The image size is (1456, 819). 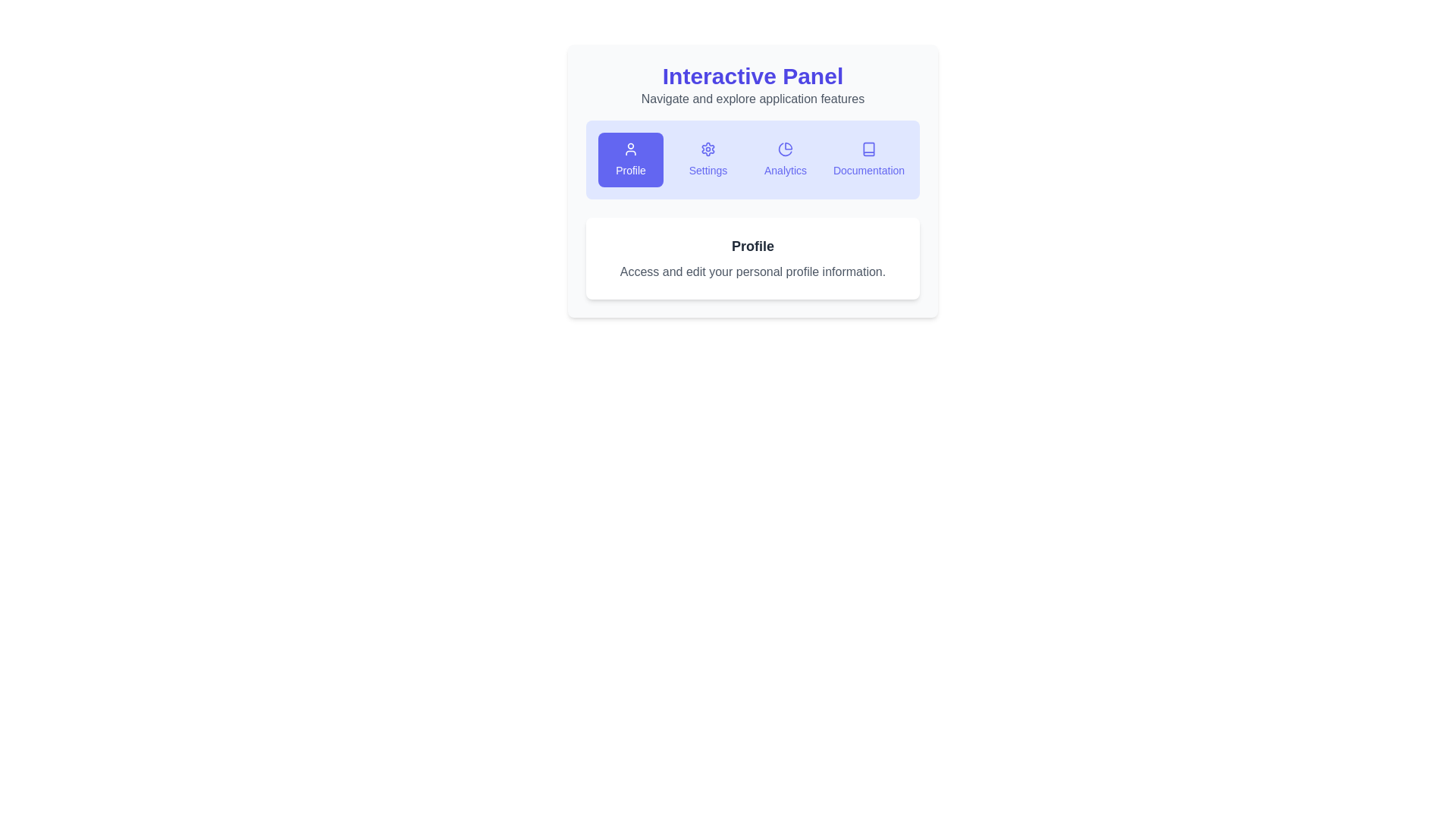 What do you see at coordinates (786, 149) in the screenshot?
I see `the analytics icon located within the 'Analytics' button, which is the third button from the left in the top row of the 'Interactive Panel'` at bounding box center [786, 149].